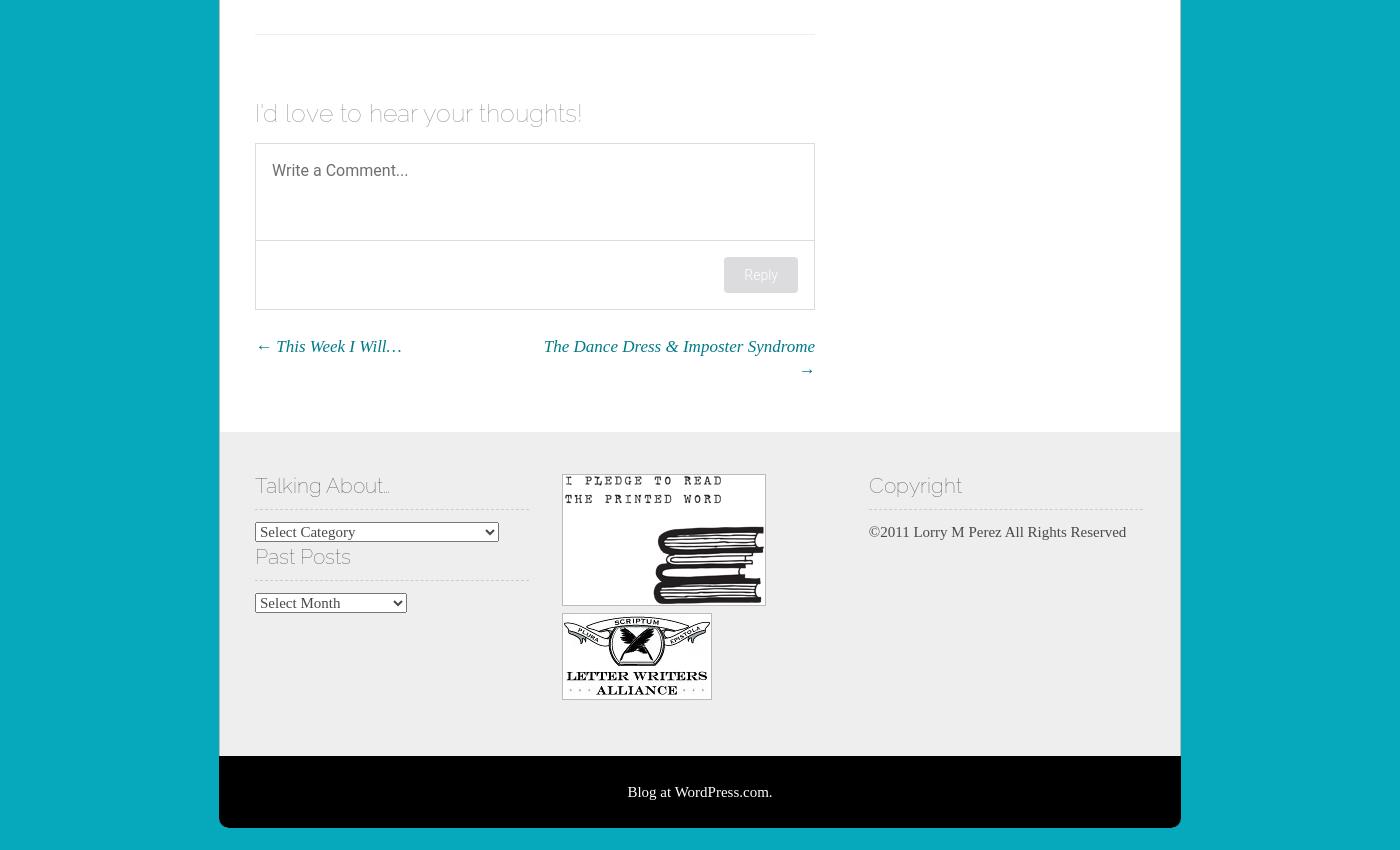  I want to click on 'Copyright', so click(913, 484).